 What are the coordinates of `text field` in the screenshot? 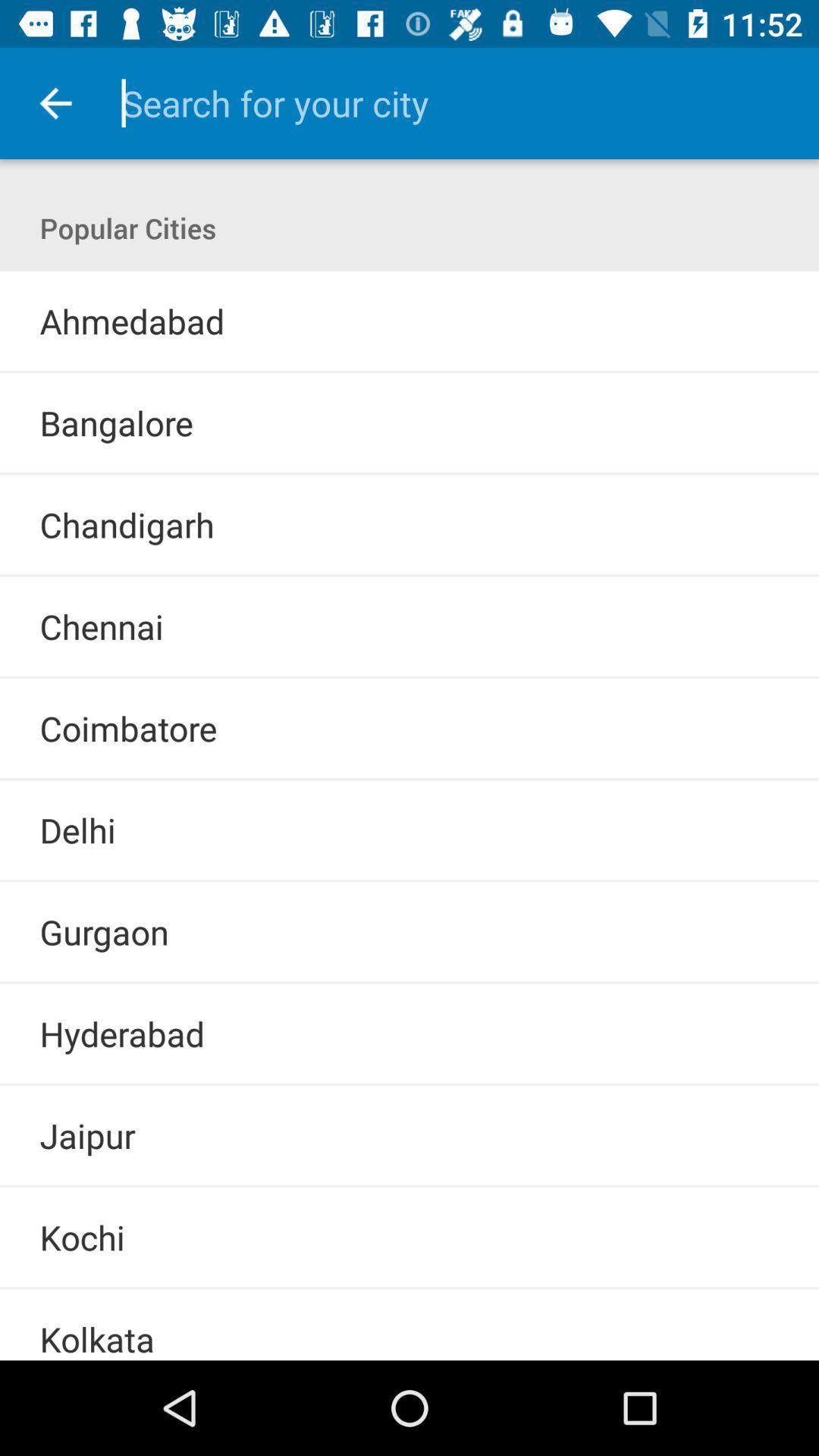 It's located at (448, 102).